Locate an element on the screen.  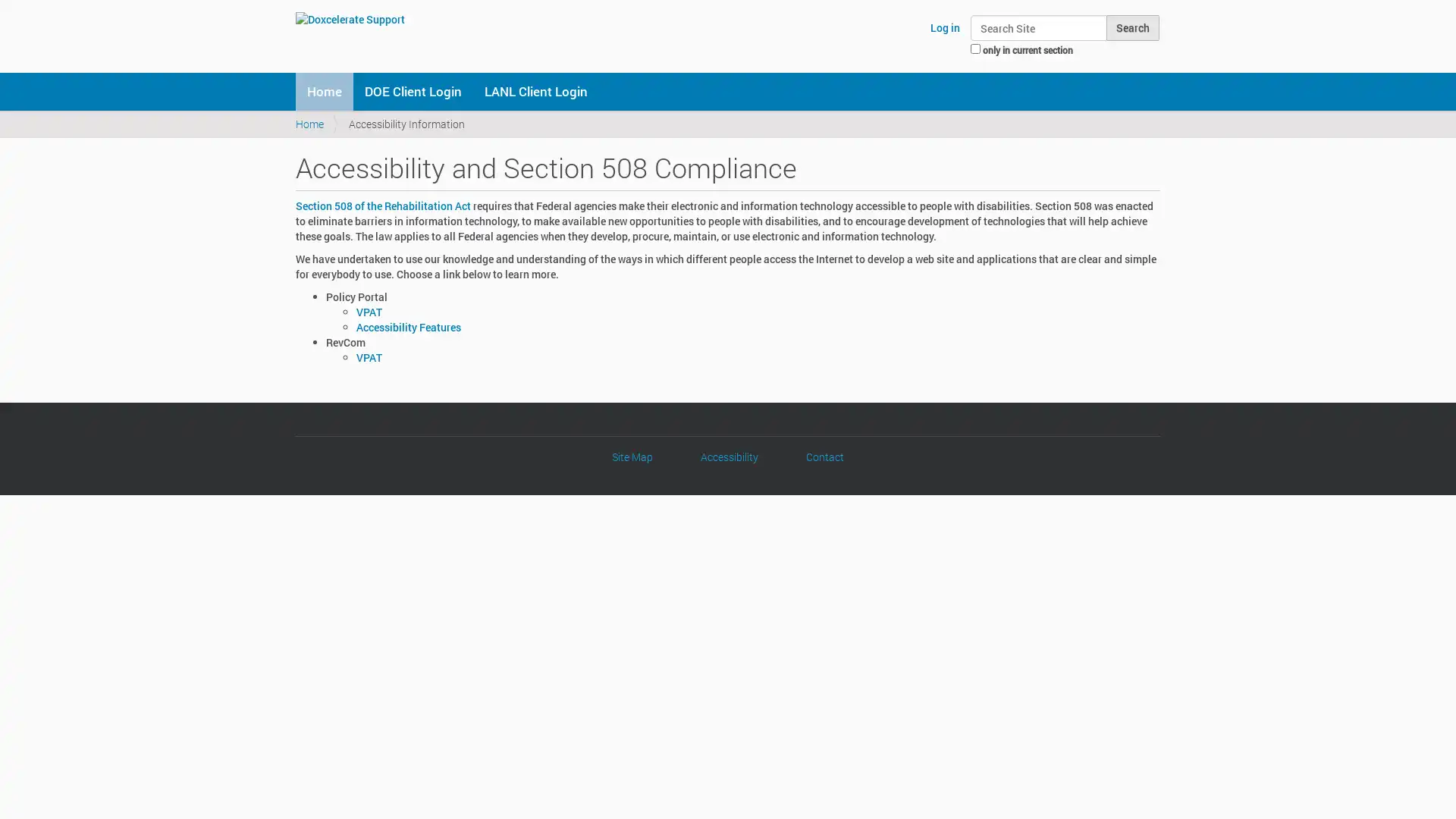
Search is located at coordinates (1132, 28).